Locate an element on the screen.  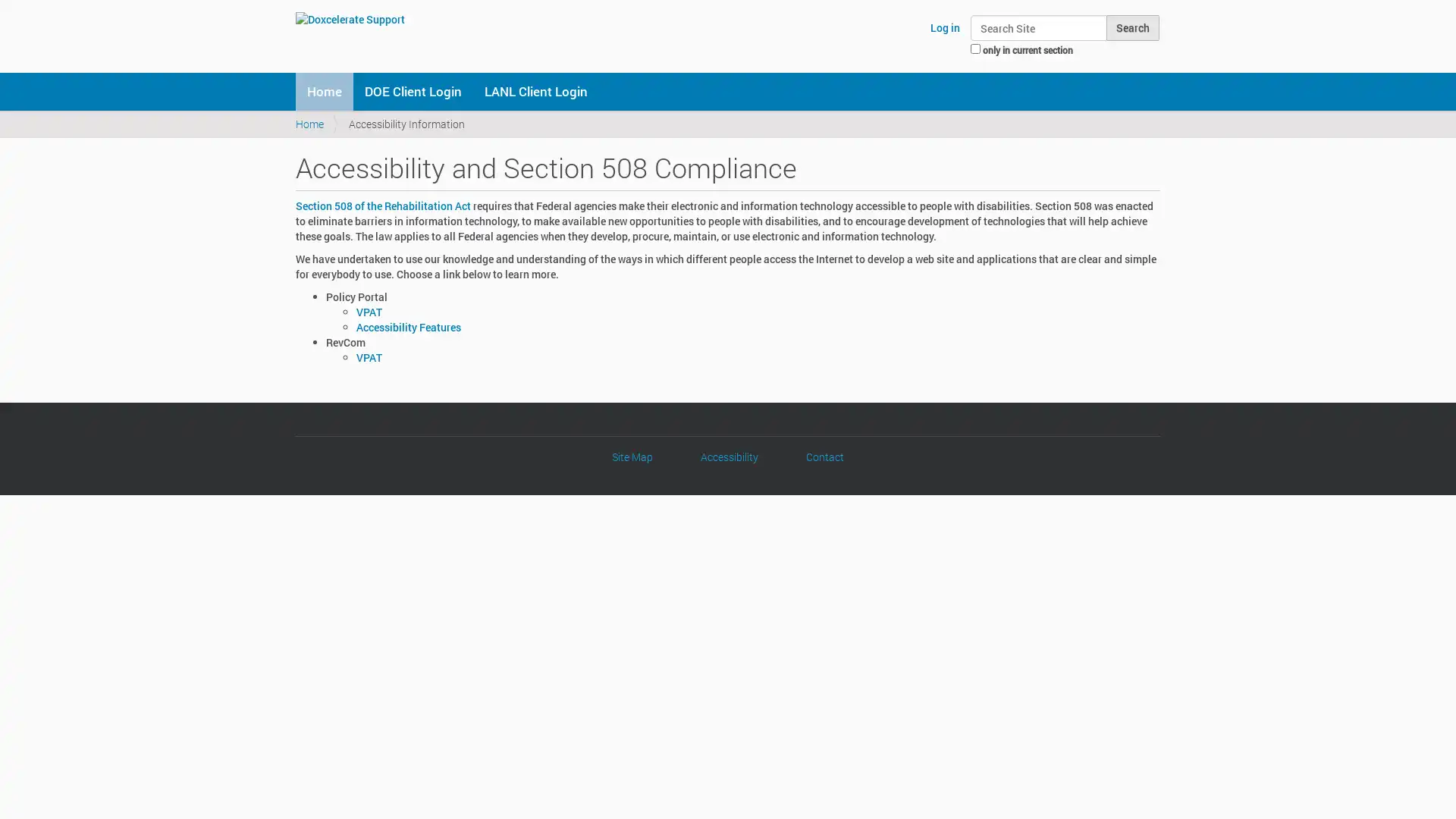
Search is located at coordinates (1132, 28).